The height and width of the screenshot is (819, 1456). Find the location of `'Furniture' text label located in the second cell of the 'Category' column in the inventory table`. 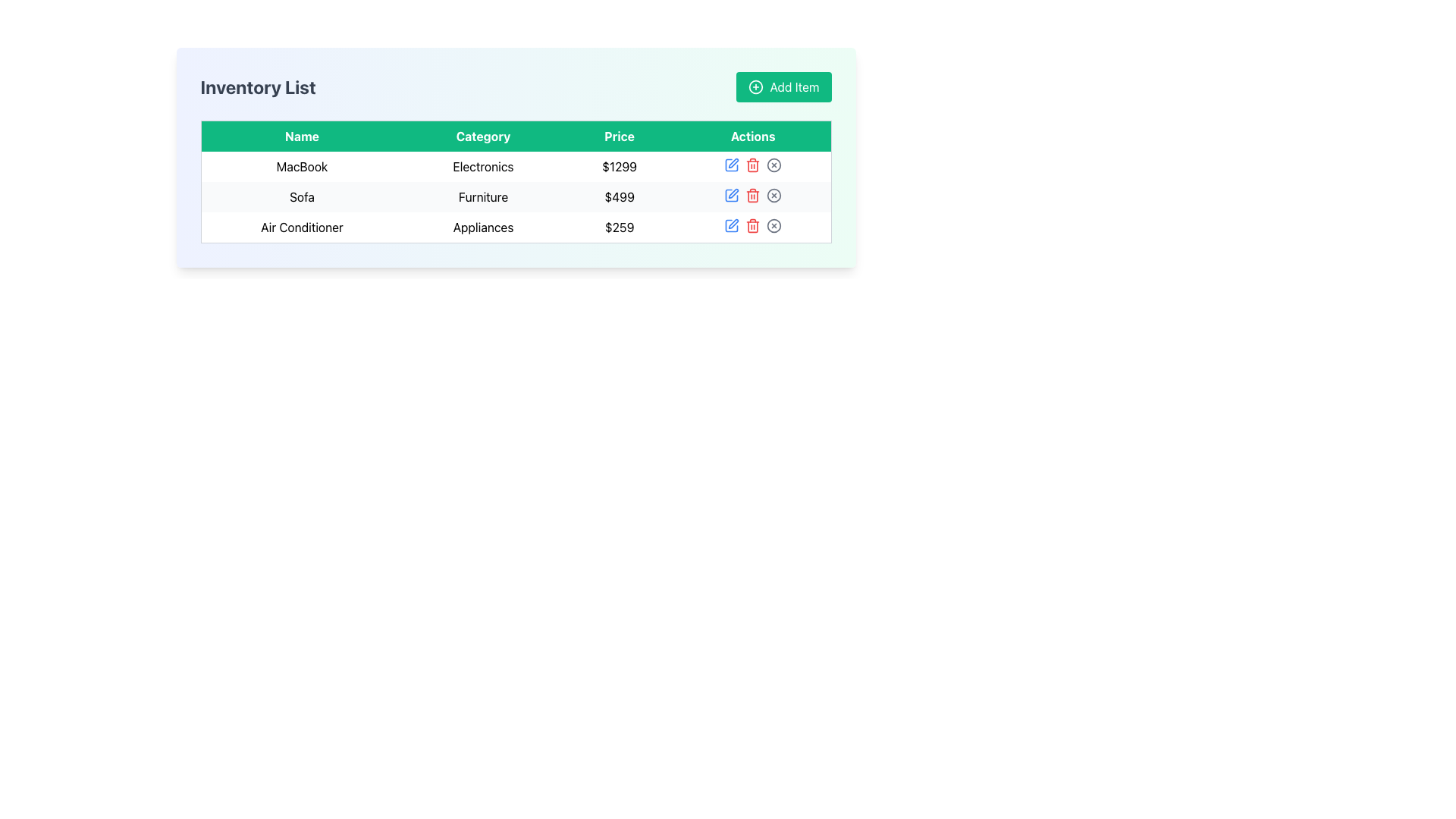

'Furniture' text label located in the second cell of the 'Category' column in the inventory table is located at coordinates (482, 196).